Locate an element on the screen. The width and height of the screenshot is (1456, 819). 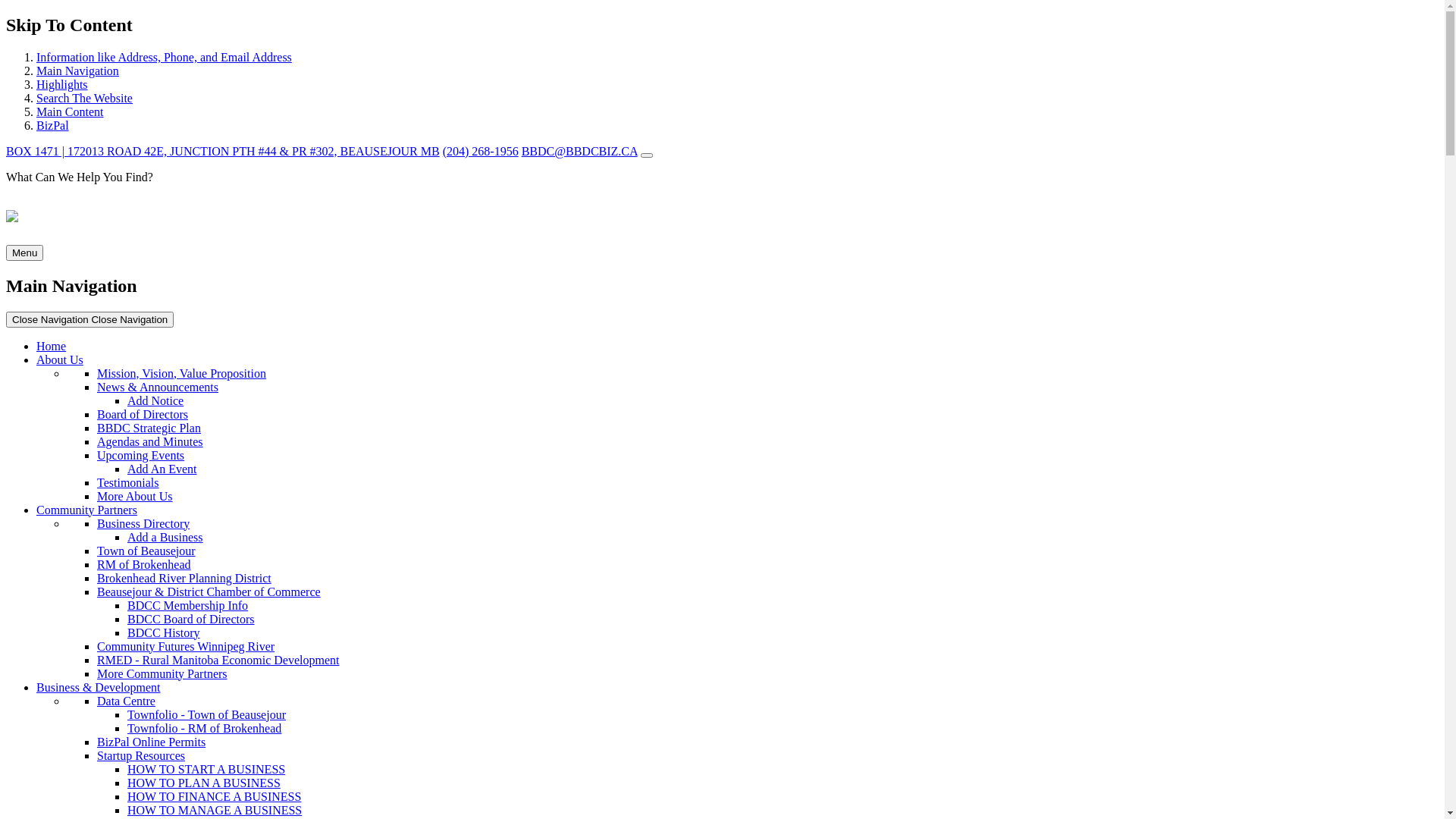
'Upcoming Events' is located at coordinates (96, 454).